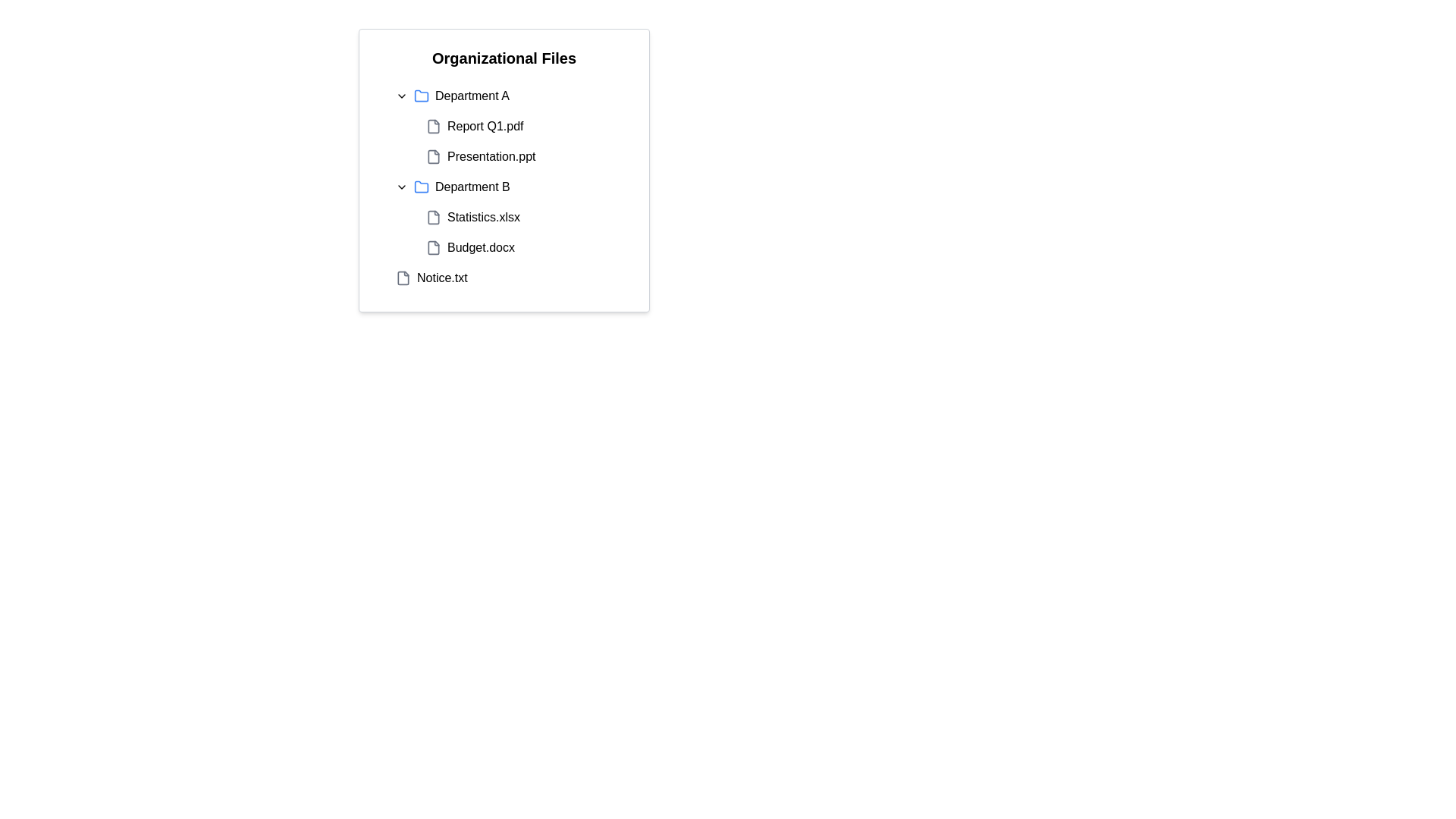 The height and width of the screenshot is (819, 1456). Describe the element at coordinates (472, 217) in the screenshot. I see `the first file item labeled 'Statistics.xlsx' under the 'Department B' subgroup` at that location.